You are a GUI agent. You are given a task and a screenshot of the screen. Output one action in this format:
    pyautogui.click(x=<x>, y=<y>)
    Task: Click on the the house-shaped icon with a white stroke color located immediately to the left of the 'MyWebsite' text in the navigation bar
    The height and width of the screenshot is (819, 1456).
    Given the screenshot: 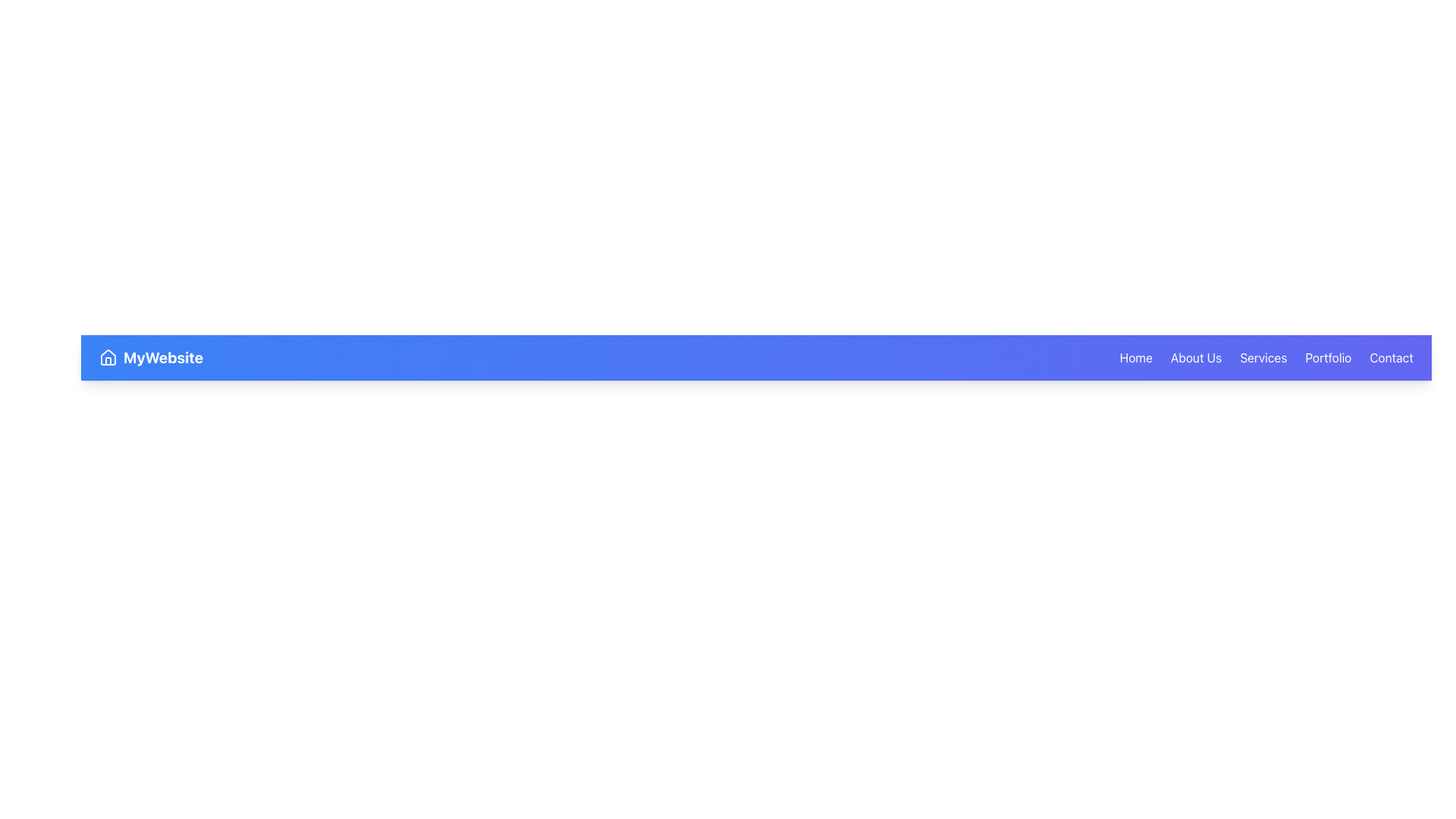 What is the action you would take?
    pyautogui.click(x=108, y=357)
    